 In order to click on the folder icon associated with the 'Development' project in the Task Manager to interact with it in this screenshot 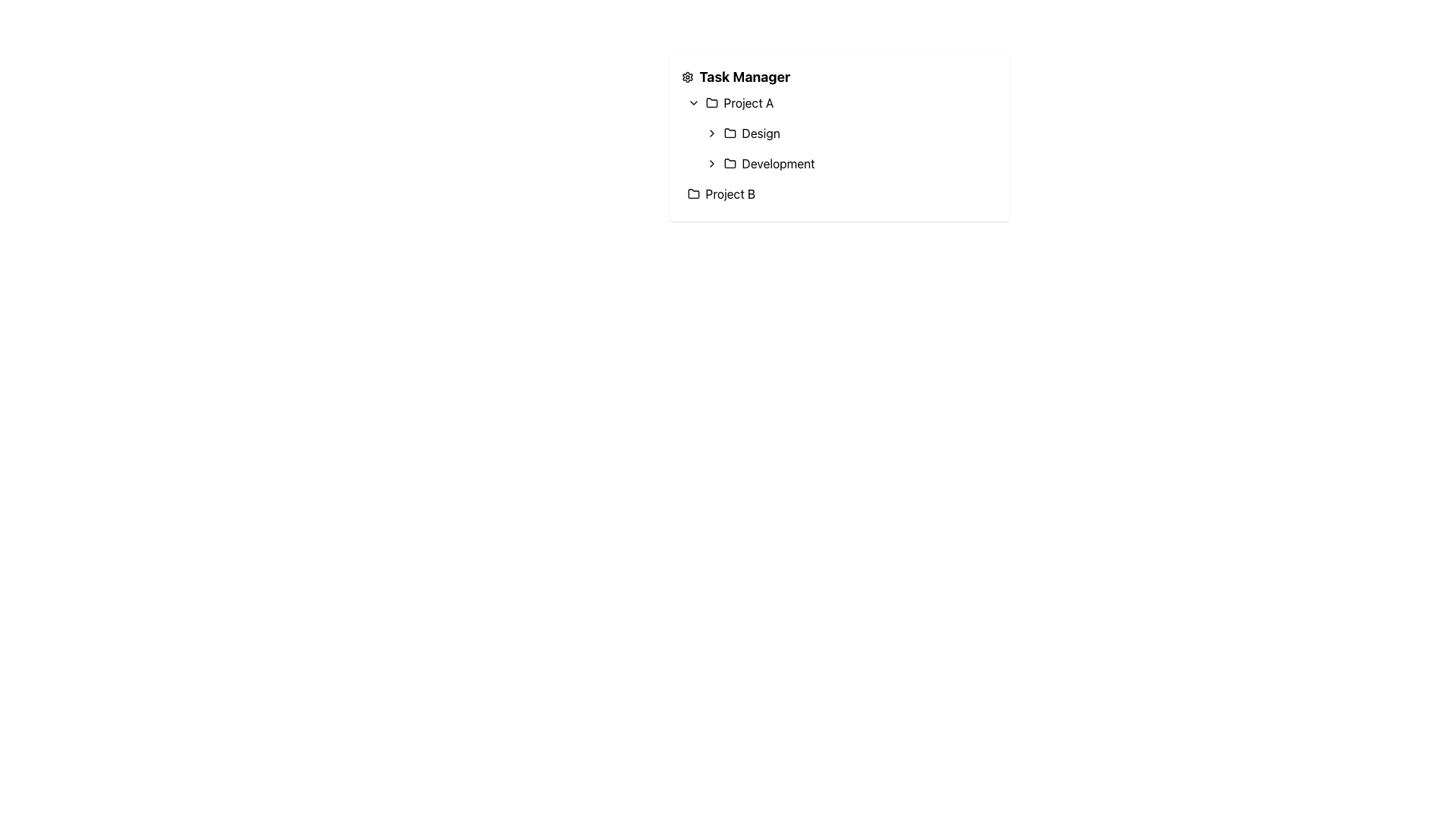, I will do `click(730, 163)`.